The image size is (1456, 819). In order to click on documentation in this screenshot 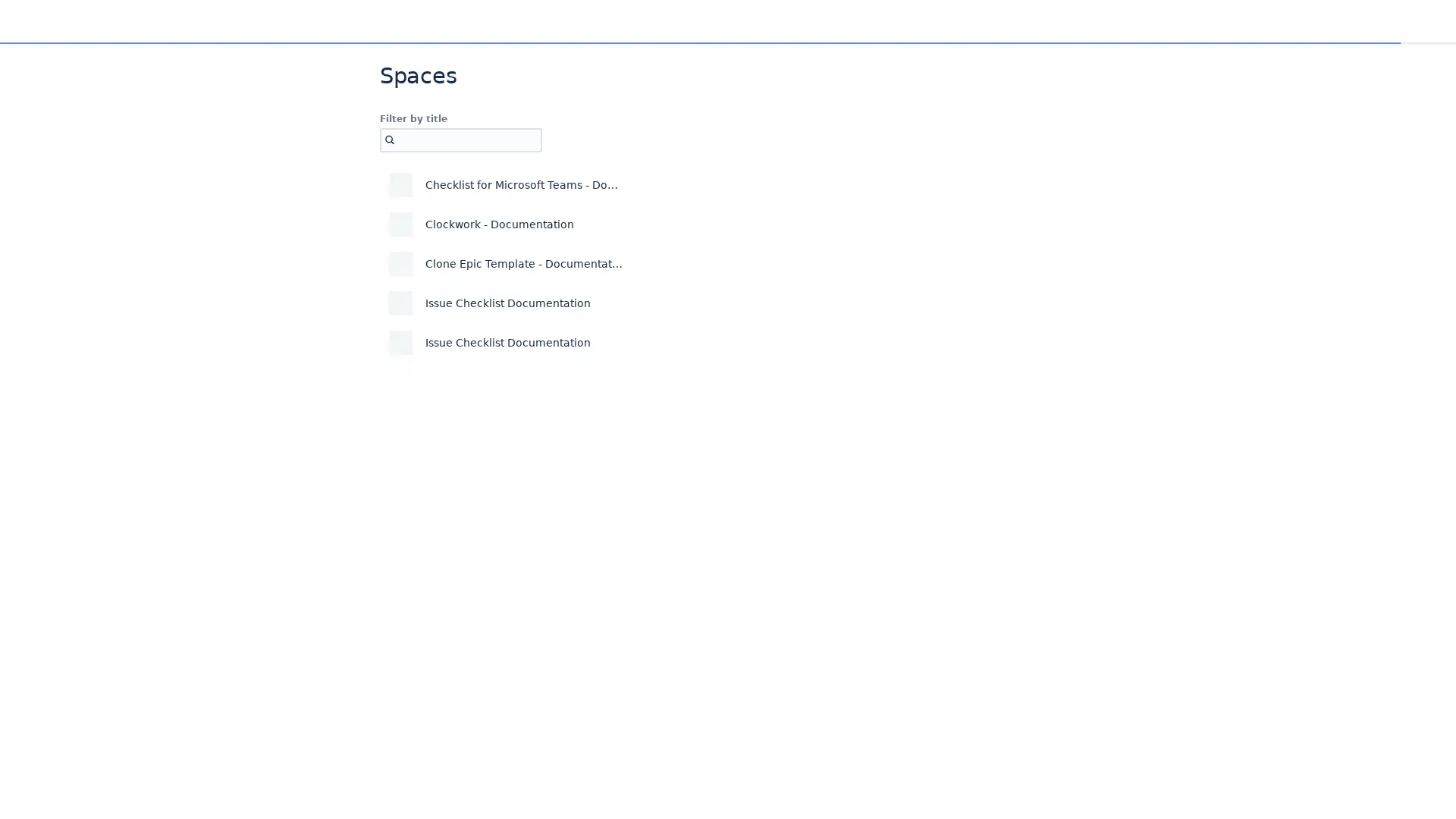, I will do `click(687, 224)`.